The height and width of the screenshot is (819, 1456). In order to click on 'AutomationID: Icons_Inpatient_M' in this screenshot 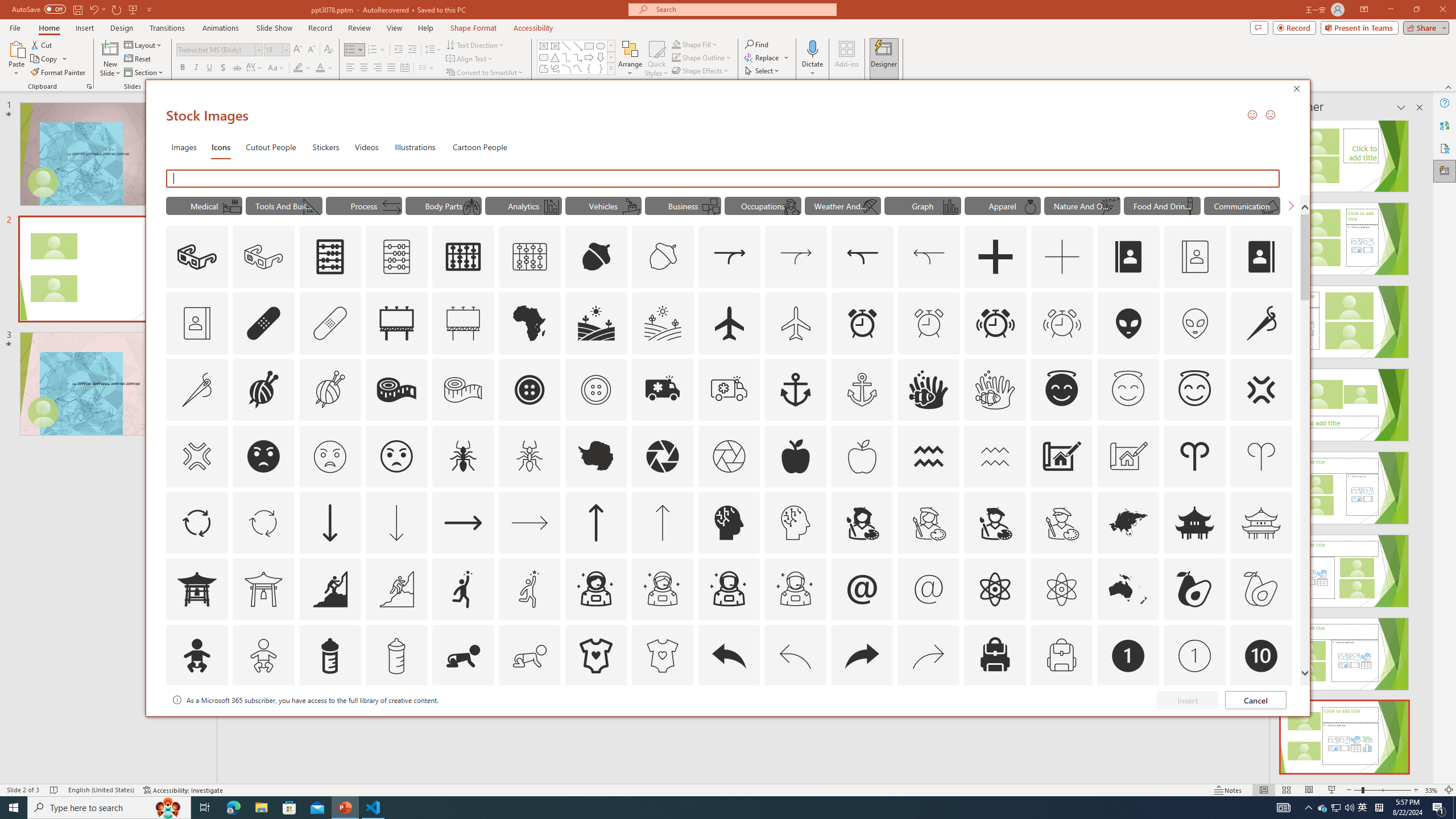, I will do `click(231, 206)`.